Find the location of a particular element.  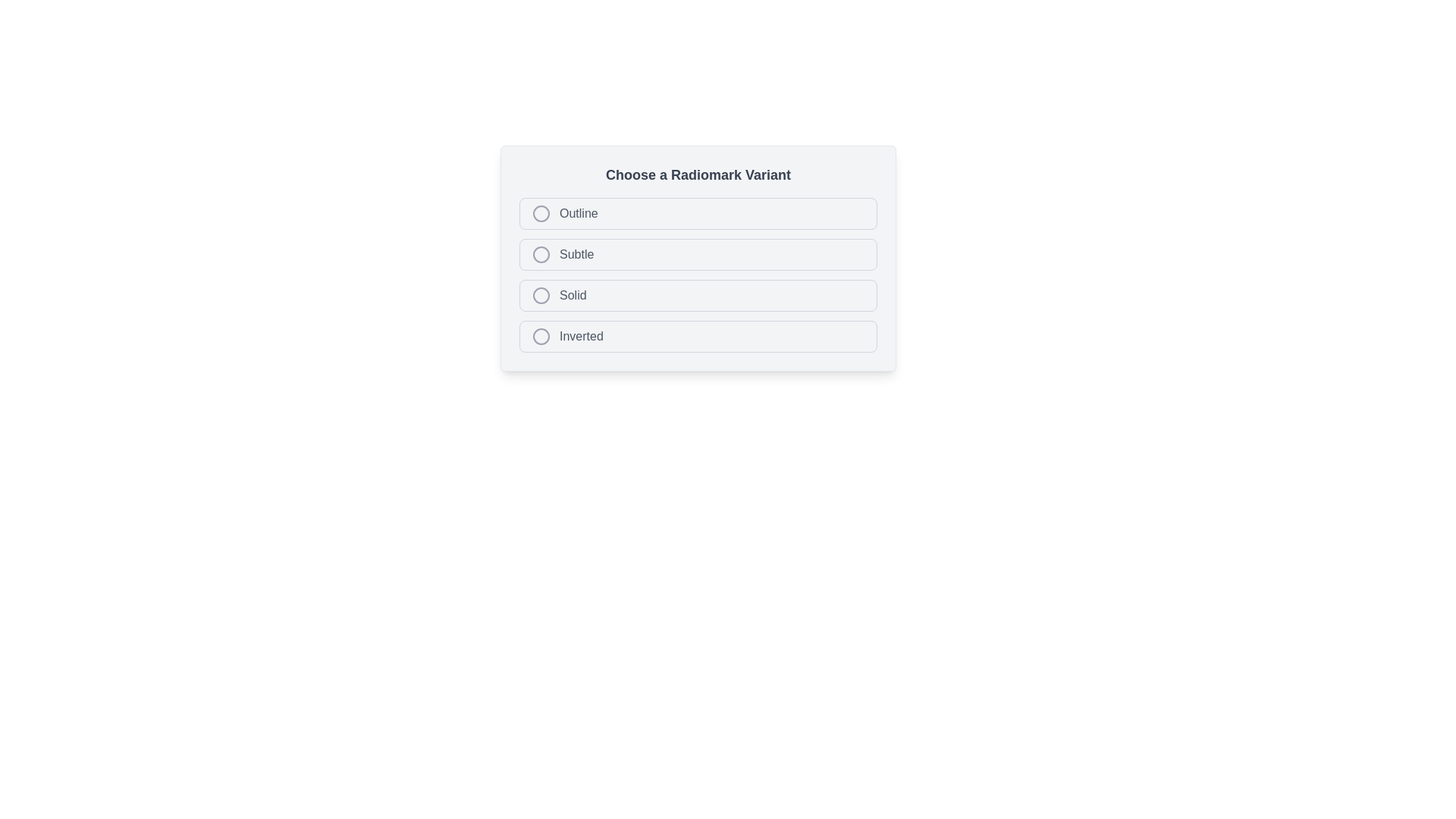

the 'Inverted' text label, which is the fourth option in the selectable radiomarks is located at coordinates (580, 335).